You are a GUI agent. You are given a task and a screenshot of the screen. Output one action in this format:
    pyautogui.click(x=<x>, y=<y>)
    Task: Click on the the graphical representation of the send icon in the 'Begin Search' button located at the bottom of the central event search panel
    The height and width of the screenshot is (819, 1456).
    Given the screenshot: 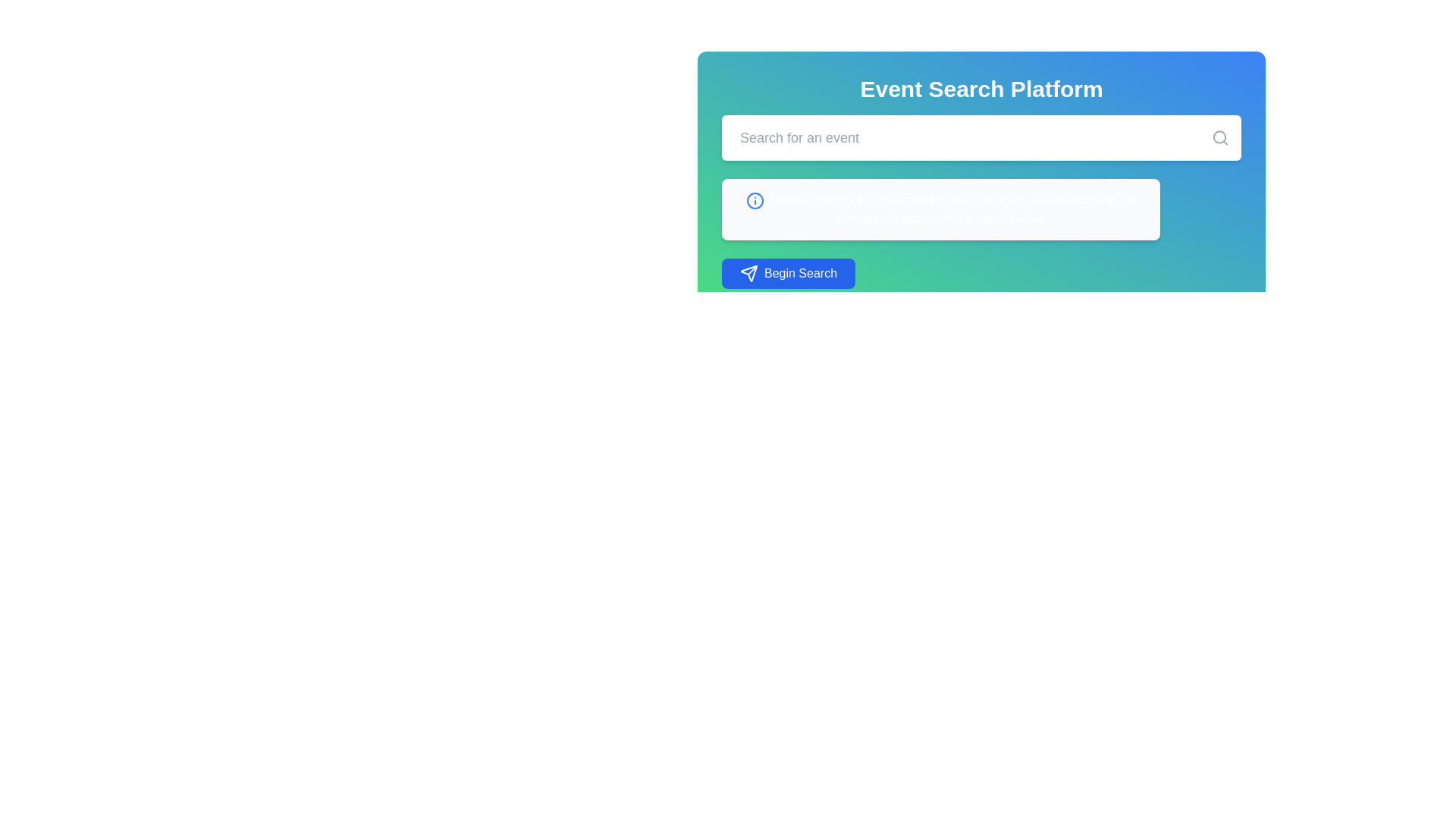 What is the action you would take?
    pyautogui.click(x=749, y=273)
    